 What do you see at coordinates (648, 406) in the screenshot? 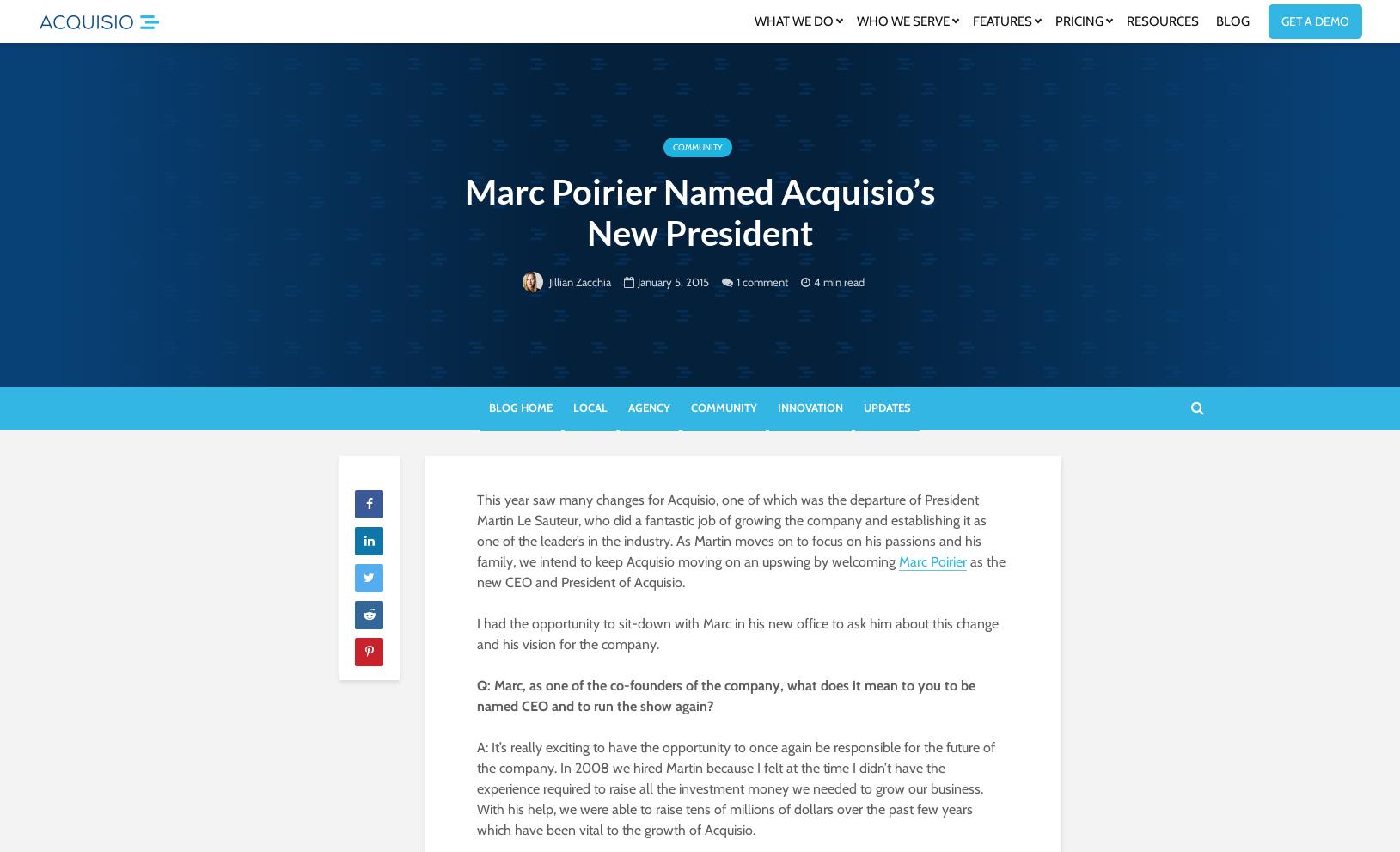
I see `'Agency'` at bounding box center [648, 406].